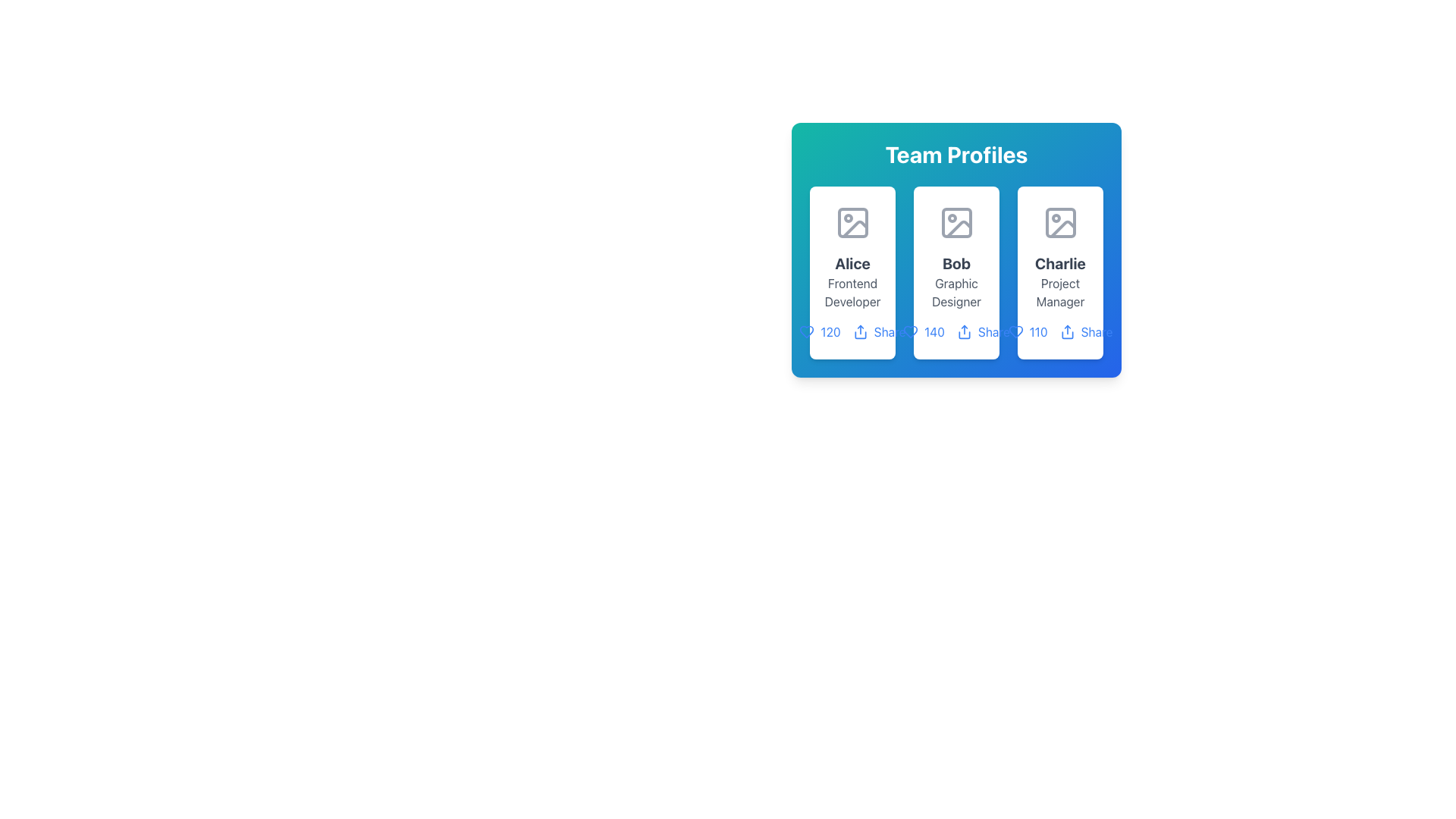 The width and height of the screenshot is (1456, 819). Describe the element at coordinates (852, 262) in the screenshot. I see `the name label of the first profile card in the 'Team Profiles' section, which identifies the individual represented by the card` at that location.